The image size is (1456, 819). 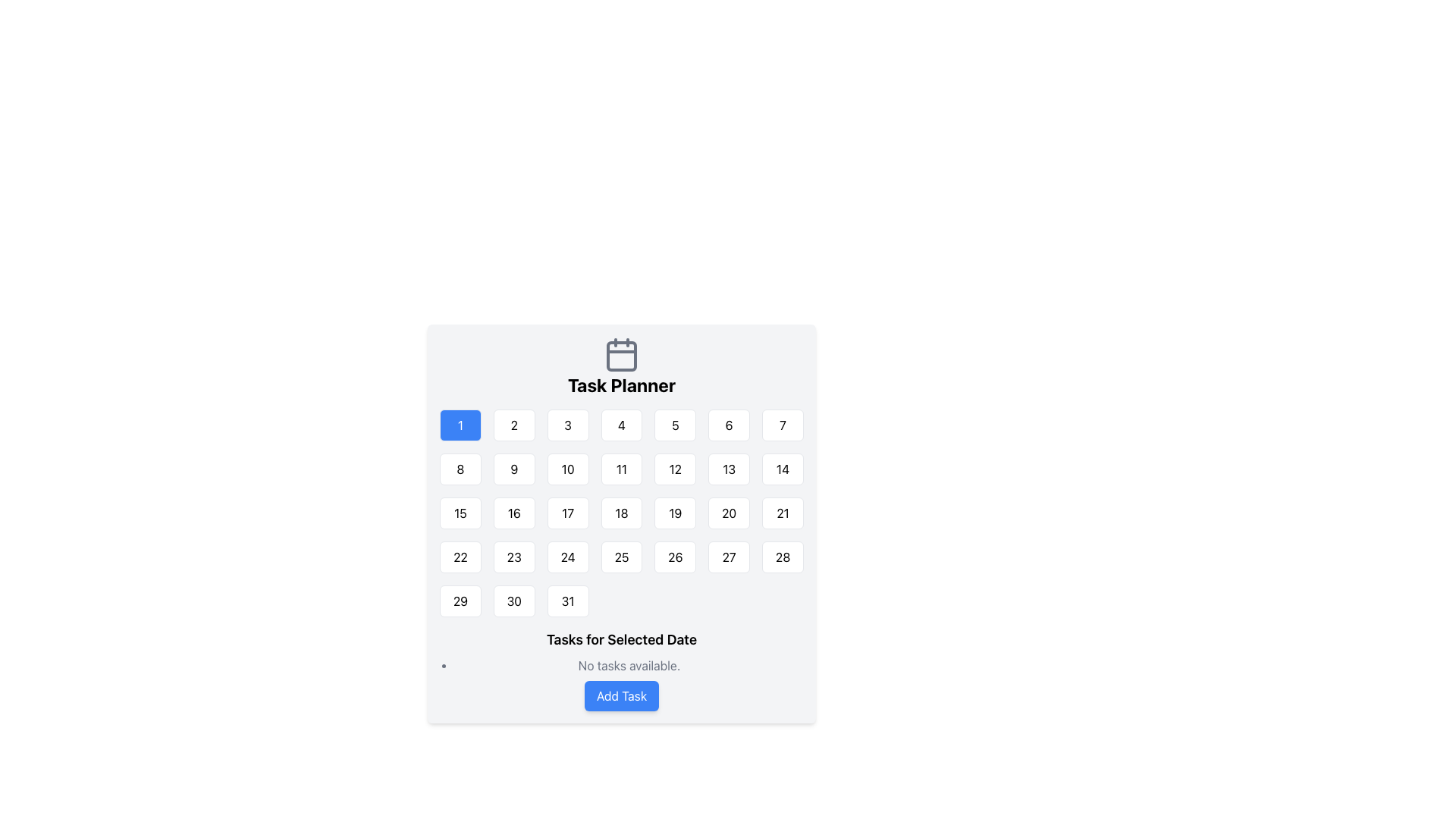 What do you see at coordinates (460, 513) in the screenshot?
I see `the square button with rounded corners labeled '15', which is located` at bounding box center [460, 513].